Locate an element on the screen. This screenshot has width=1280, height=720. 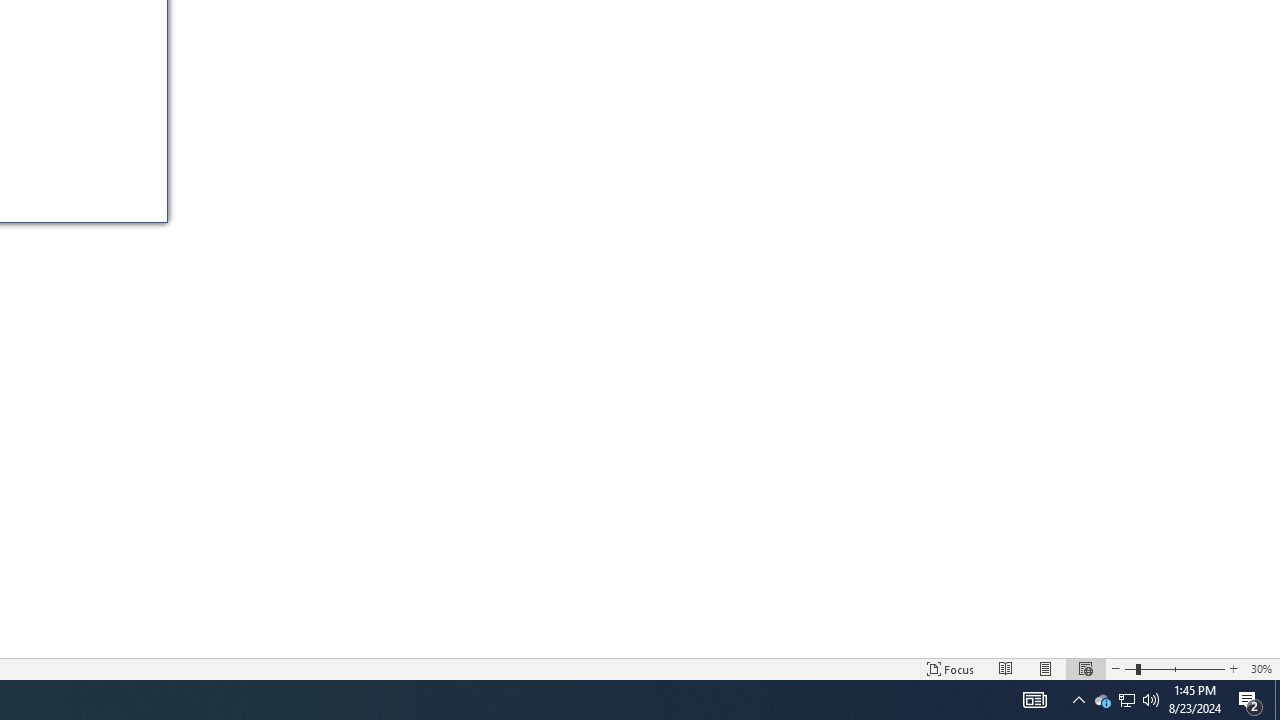
'Web Layout' is located at coordinates (1085, 669).